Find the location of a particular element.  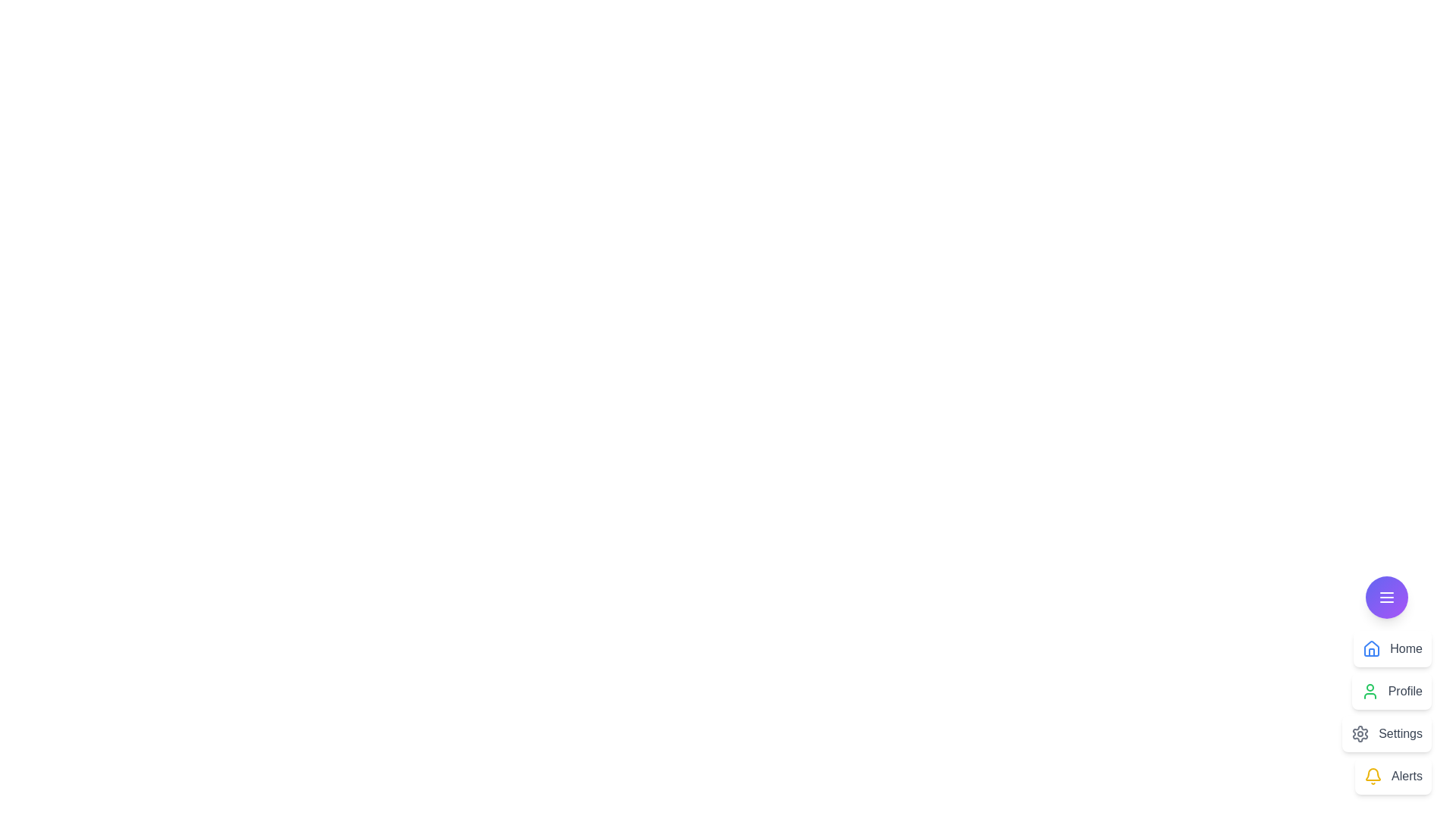

the icon corresponding to Settings in the CustomSpeedDial menu is located at coordinates (1360, 733).